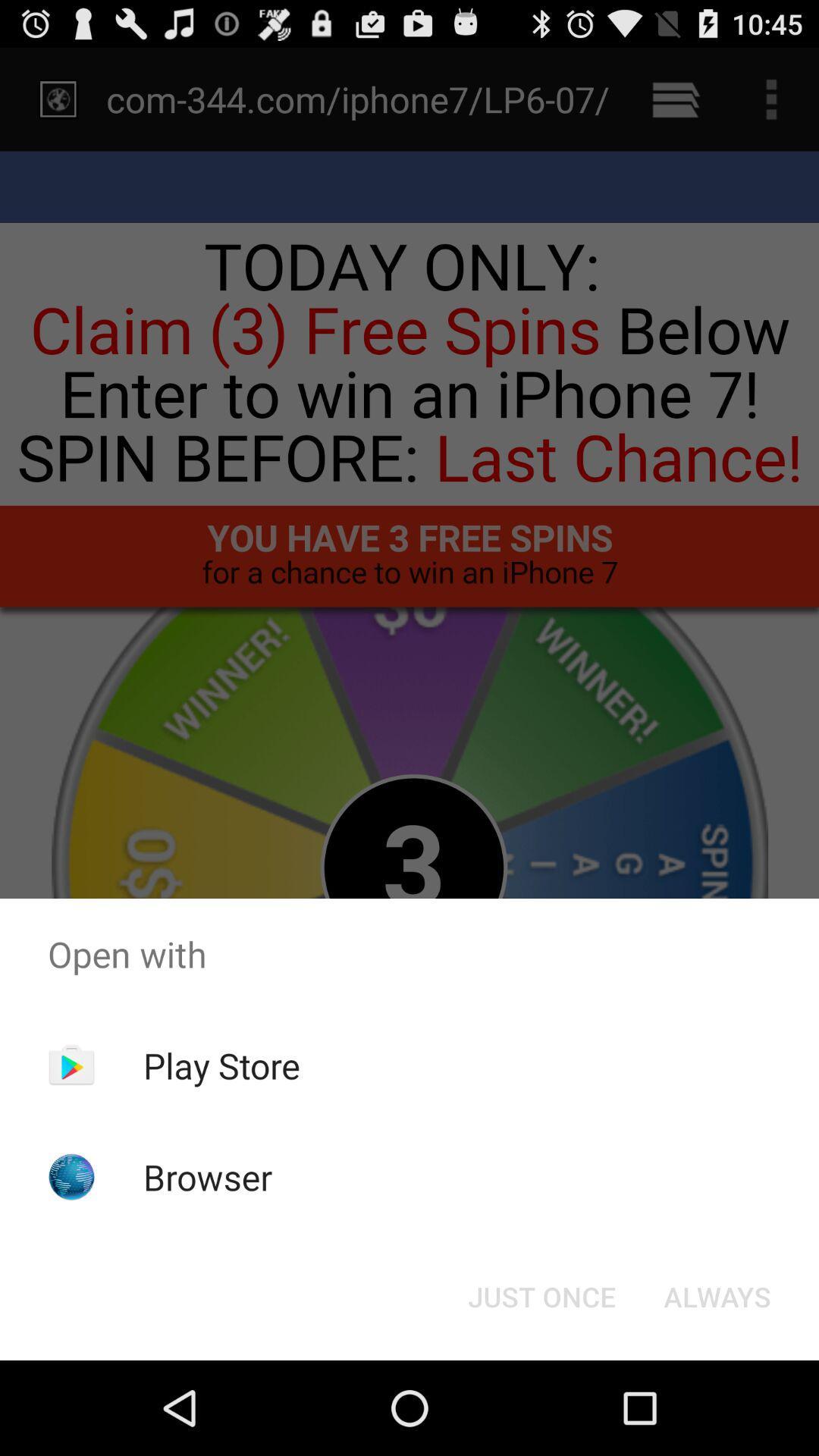 Image resolution: width=819 pixels, height=1456 pixels. What do you see at coordinates (221, 1065) in the screenshot?
I see `play store app` at bounding box center [221, 1065].